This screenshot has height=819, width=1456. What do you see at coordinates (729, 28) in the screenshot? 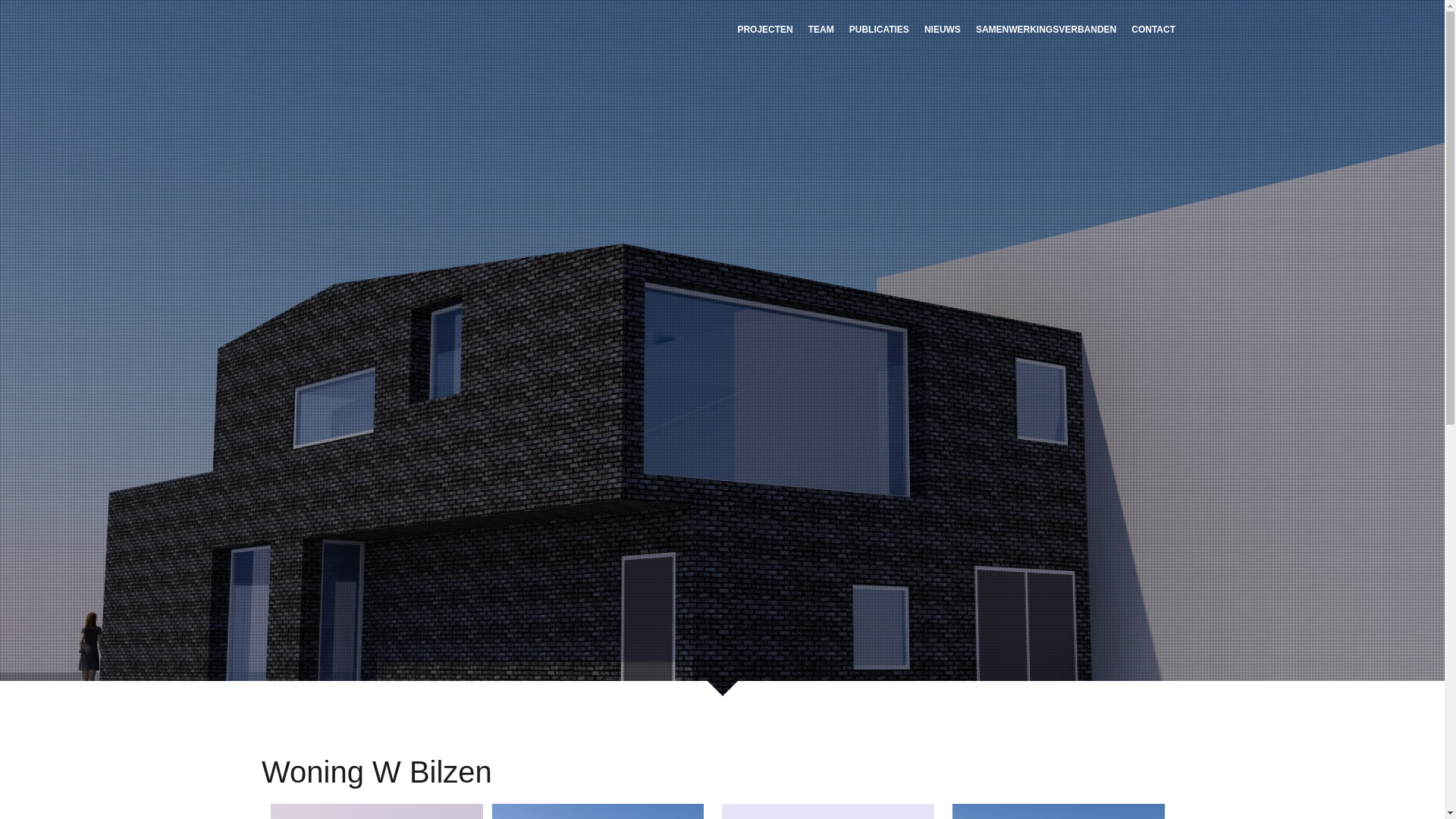
I see `'PROJECTEN'` at bounding box center [729, 28].